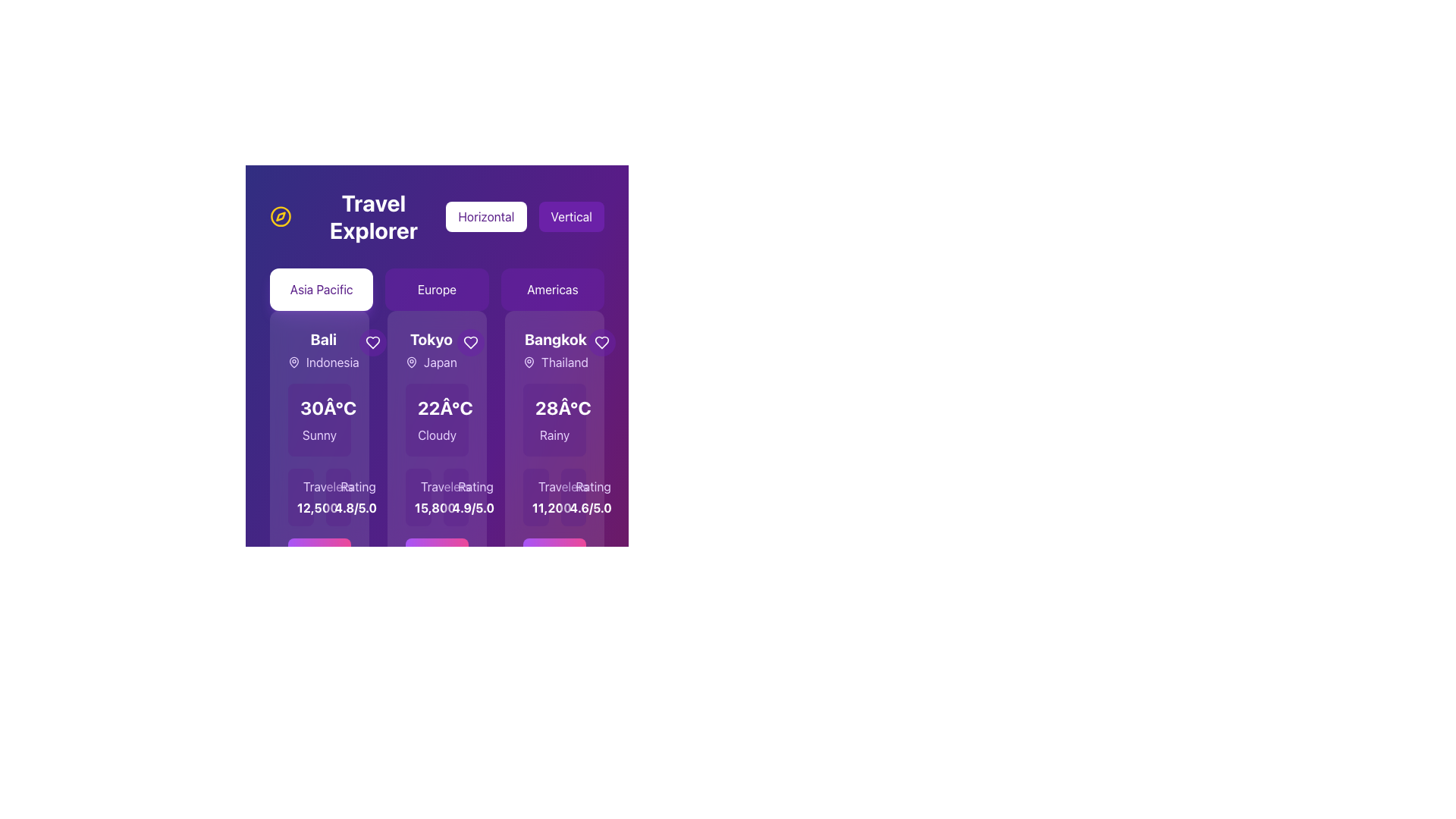 This screenshot has width=1456, height=819. I want to click on the purple rectangular box displaying the rating value '4.6/5.0' located under the 'America' tab in the card for 'Bangkok, Thailand' to visualize the rating, so click(573, 497).